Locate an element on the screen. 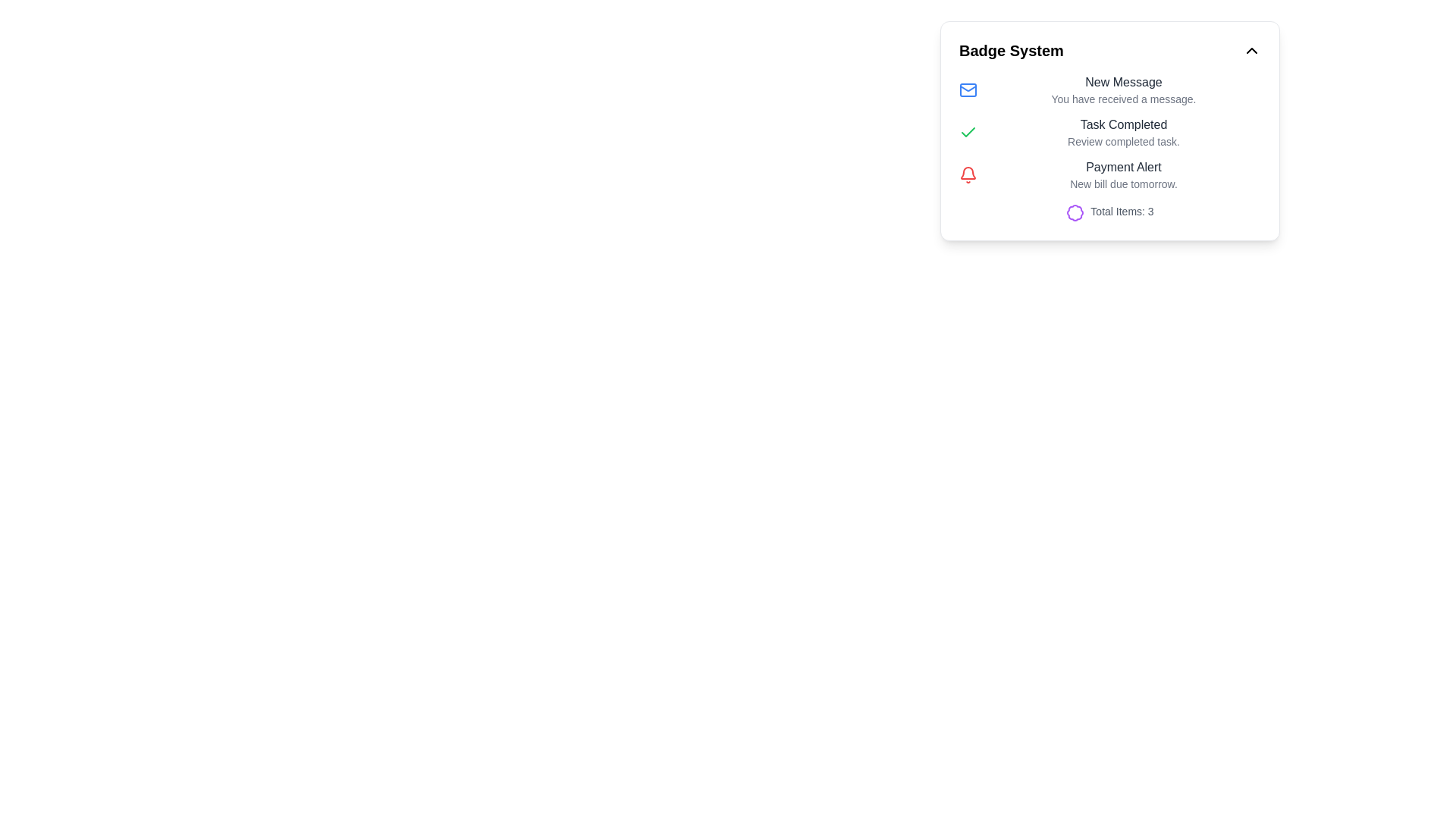  the lower triangular line of the blue envelope icon located at the top-left of the 'Badge System' card is located at coordinates (967, 87).